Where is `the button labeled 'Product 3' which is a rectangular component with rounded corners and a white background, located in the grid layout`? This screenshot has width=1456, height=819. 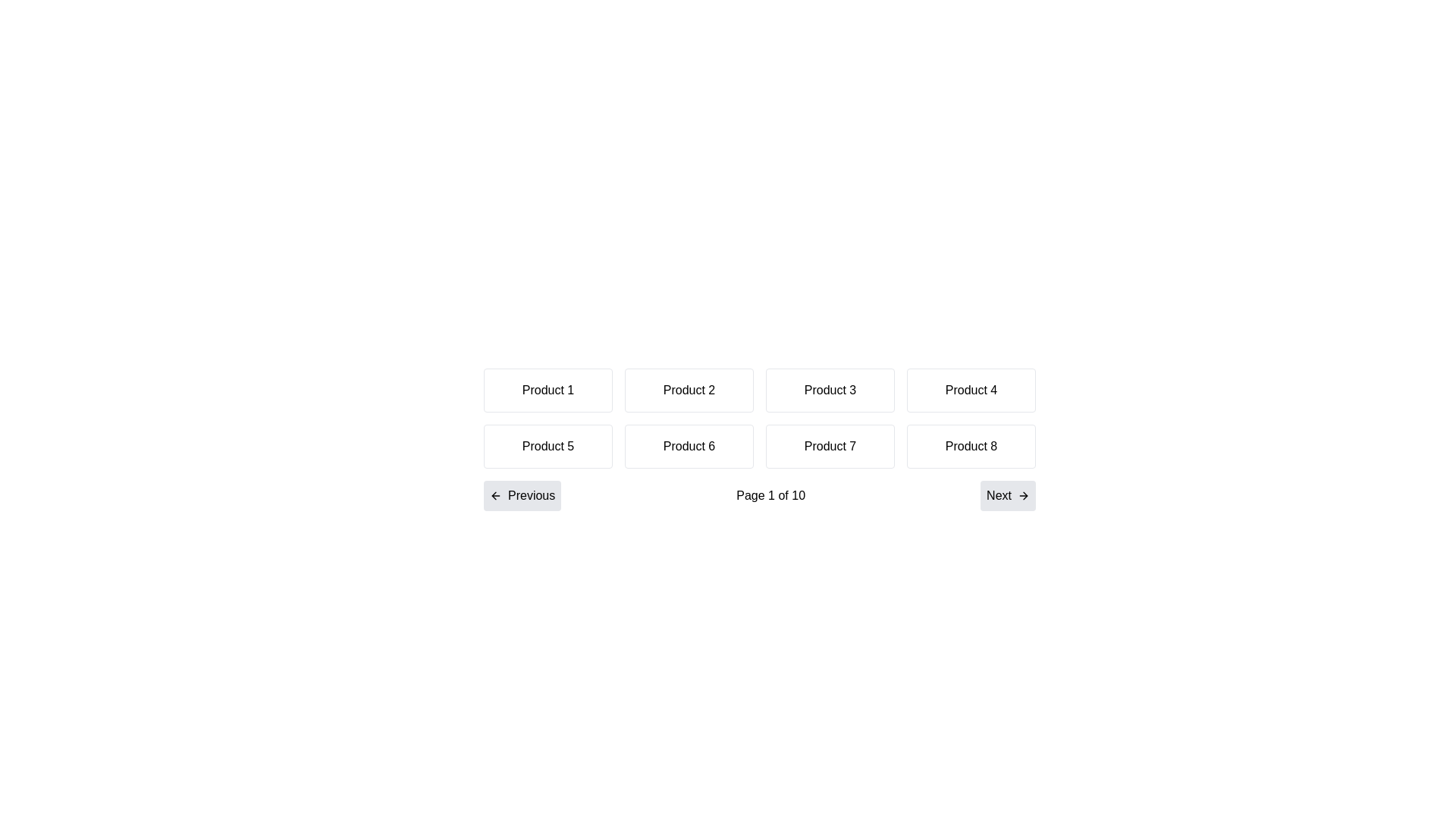 the button labeled 'Product 3' which is a rectangular component with rounded corners and a white background, located in the grid layout is located at coordinates (829, 390).